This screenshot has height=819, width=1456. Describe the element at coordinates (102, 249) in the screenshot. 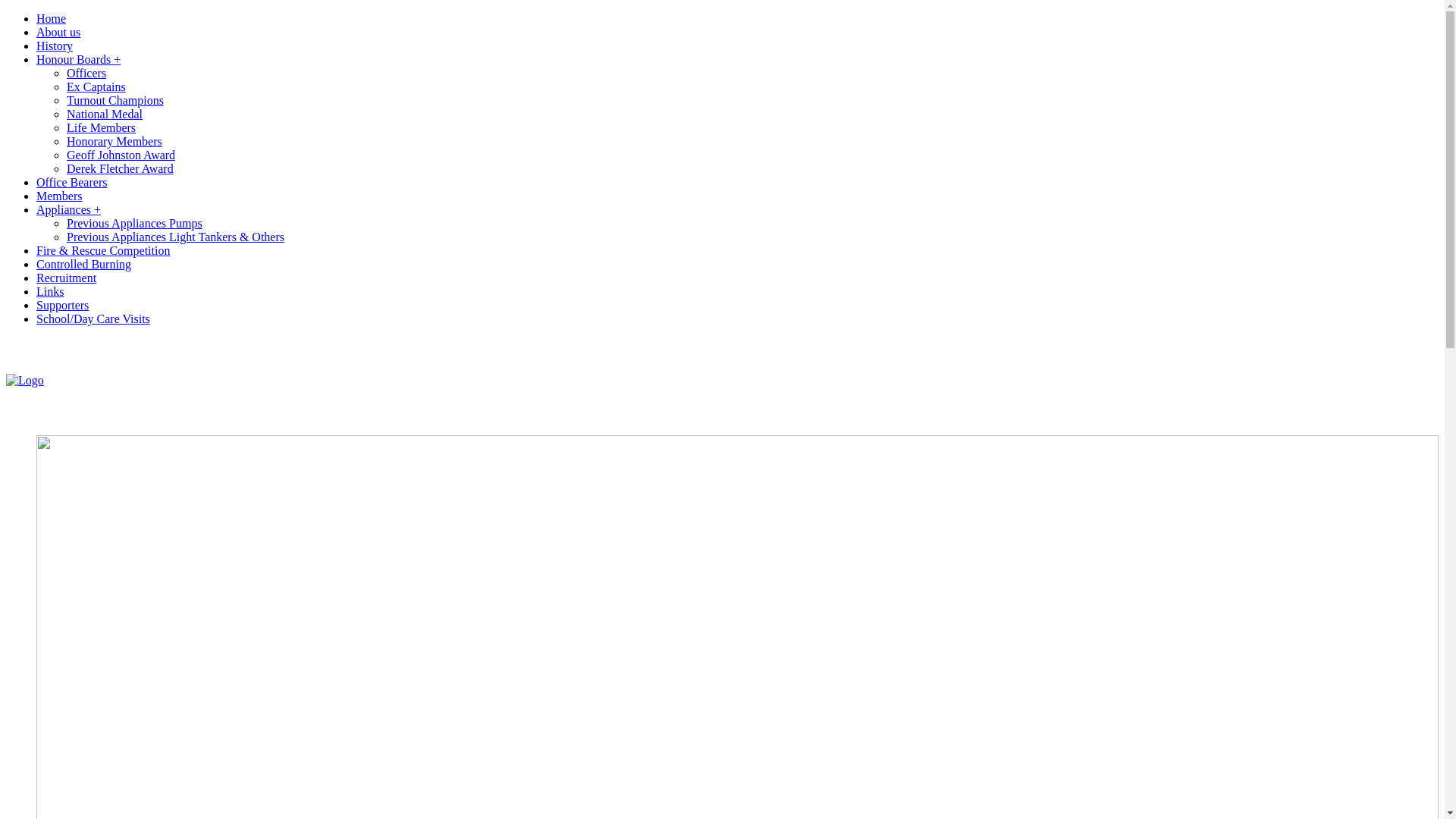

I see `'Fire & Rescue Competition'` at that location.